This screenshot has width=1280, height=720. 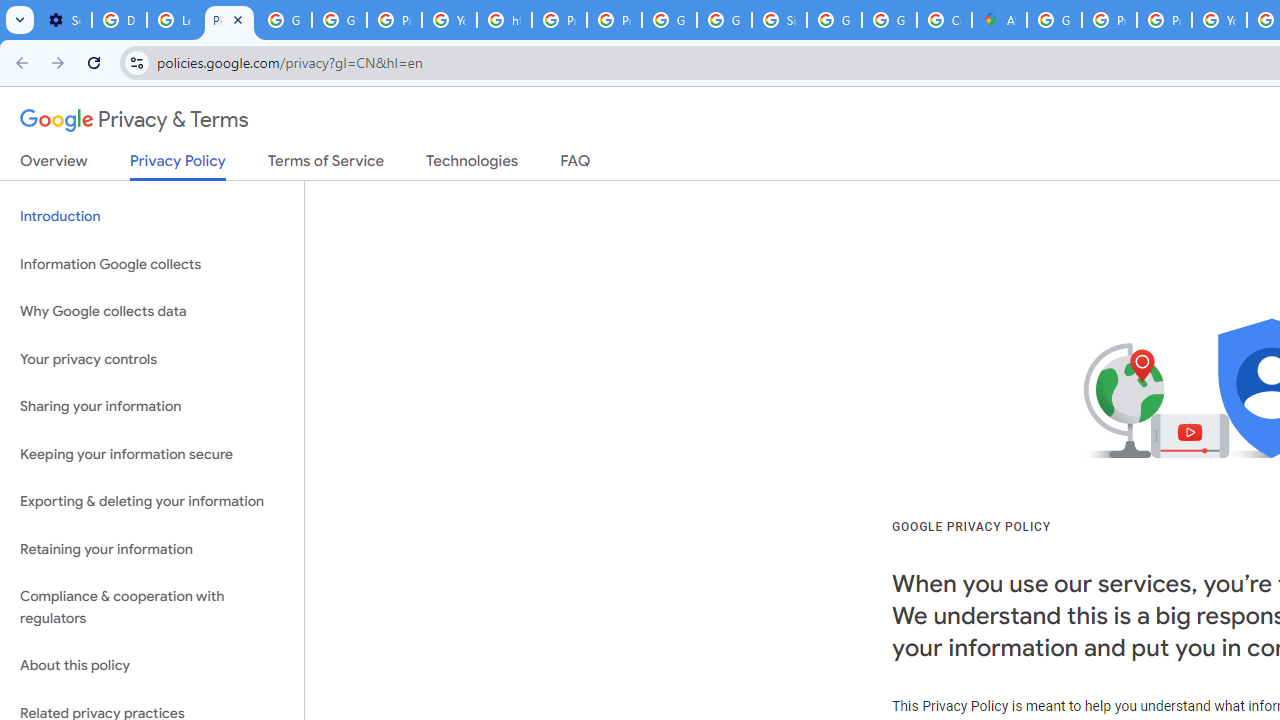 I want to click on 'YouTube', so click(x=448, y=20).